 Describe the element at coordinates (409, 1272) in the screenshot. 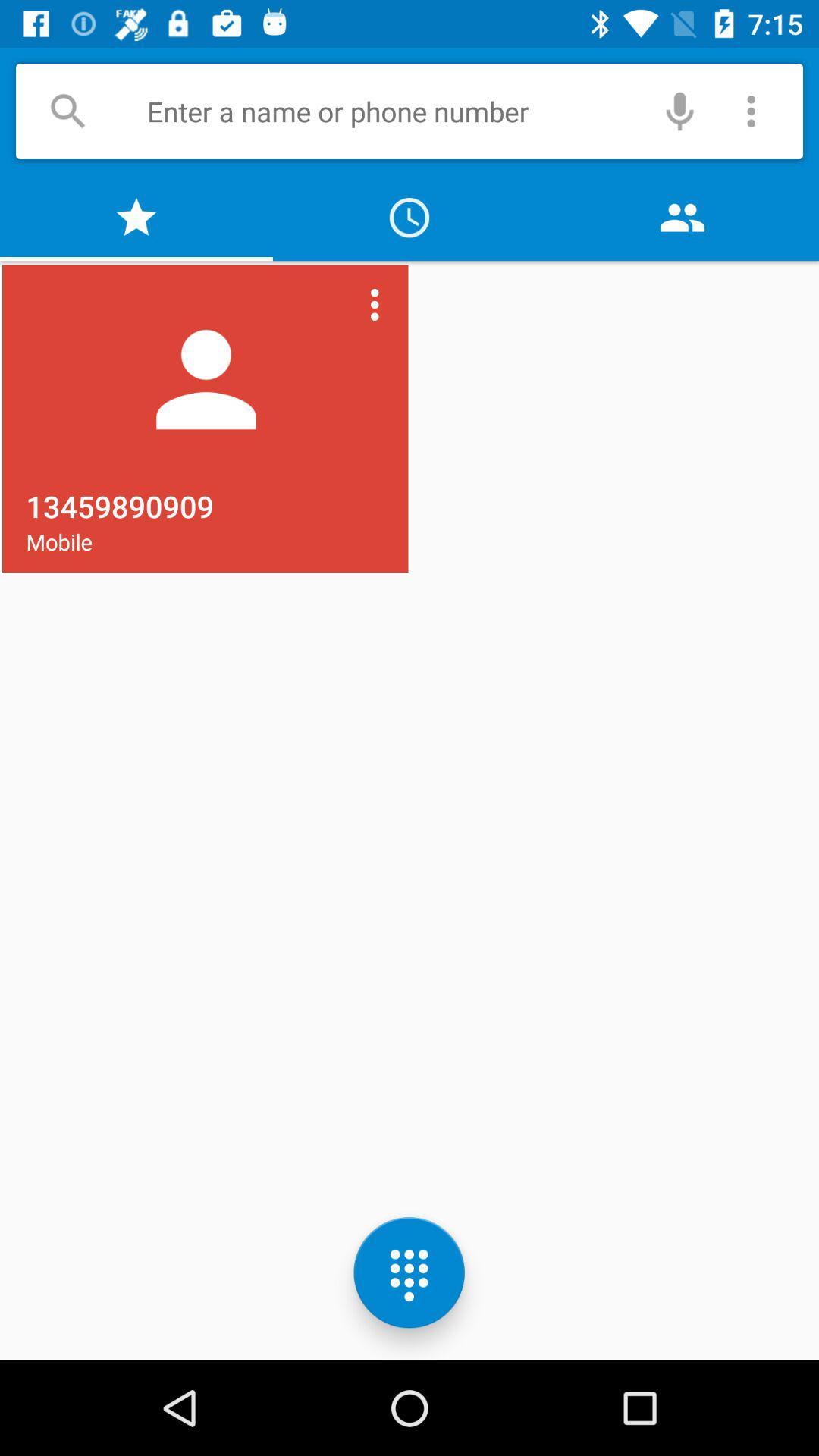

I see `the dialpad icon` at that location.